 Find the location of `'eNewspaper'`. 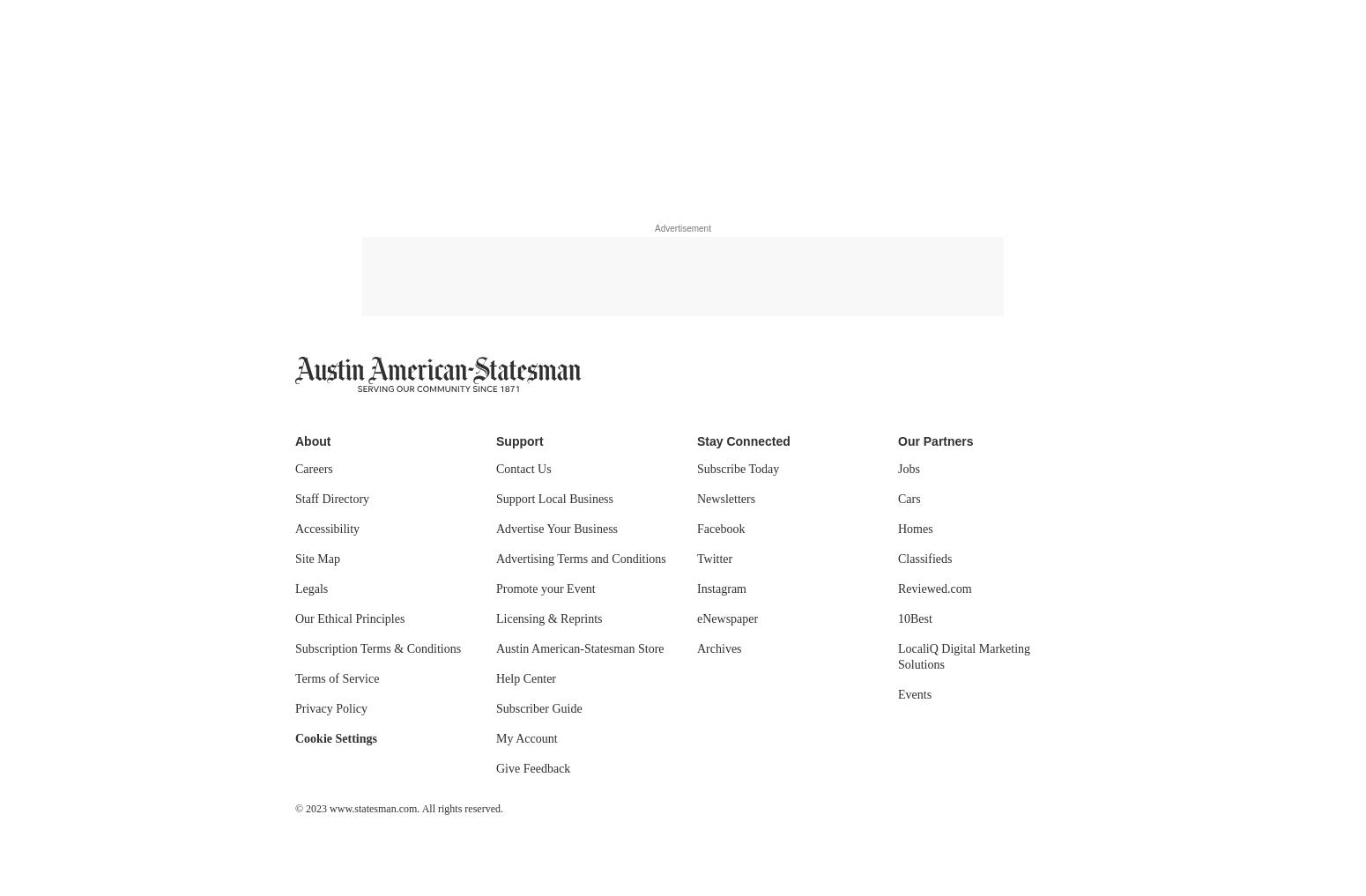

'eNewspaper' is located at coordinates (726, 618).